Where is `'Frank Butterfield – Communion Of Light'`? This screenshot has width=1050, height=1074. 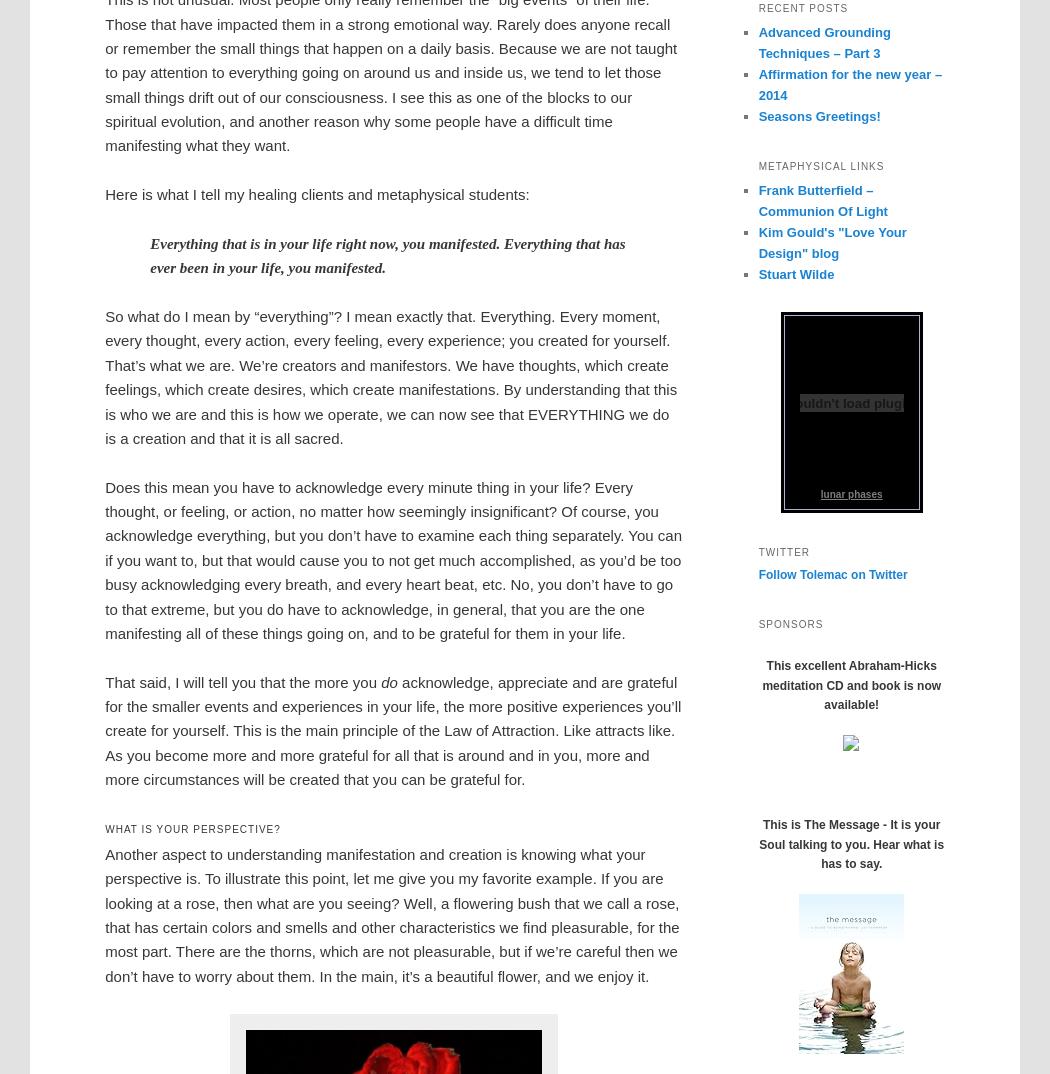 'Frank Butterfield – Communion Of Light' is located at coordinates (821, 199).